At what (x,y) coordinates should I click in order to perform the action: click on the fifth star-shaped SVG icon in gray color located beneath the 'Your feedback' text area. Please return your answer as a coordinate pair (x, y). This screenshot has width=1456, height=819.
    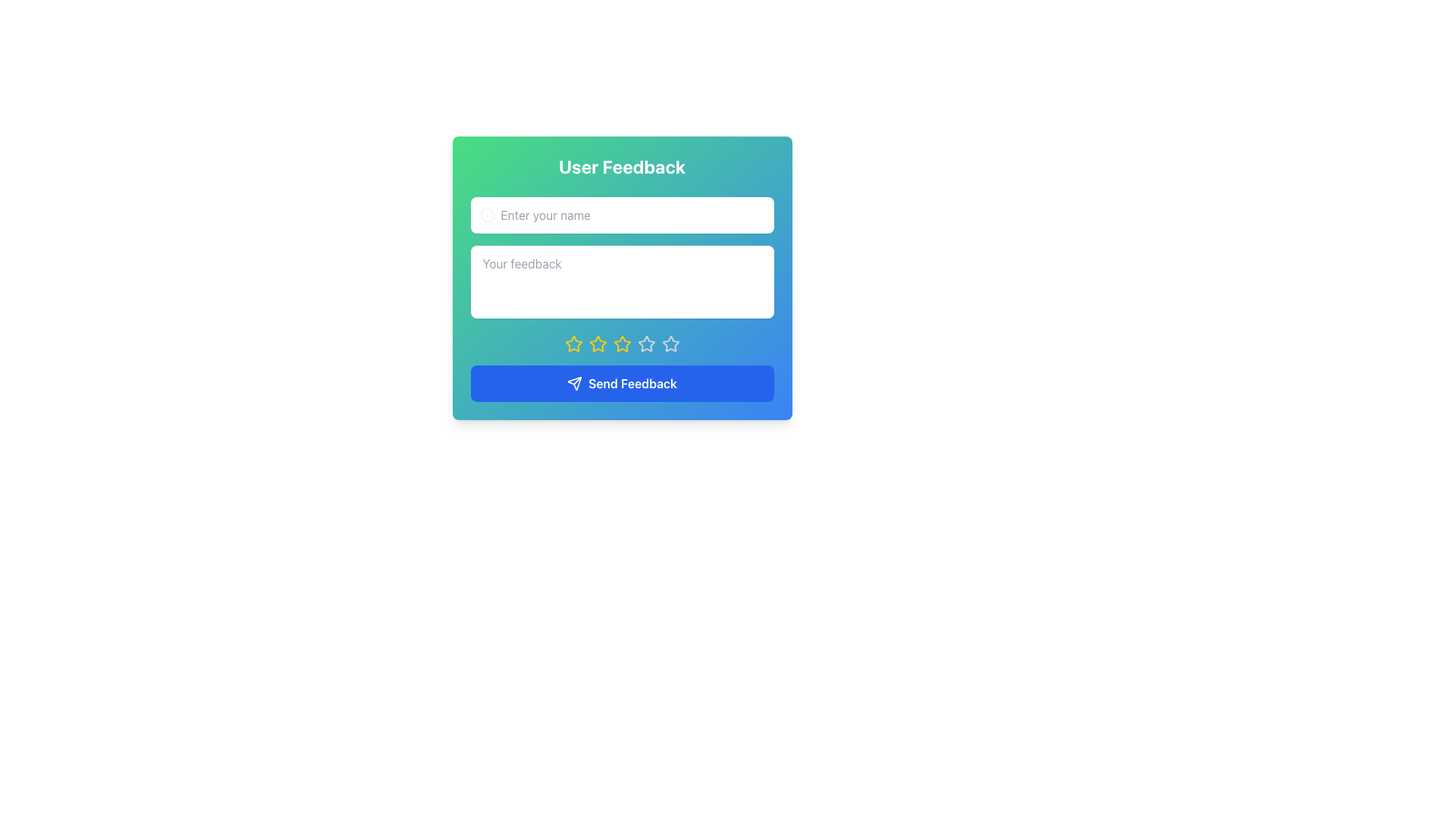
    Looking at the image, I should click on (670, 344).